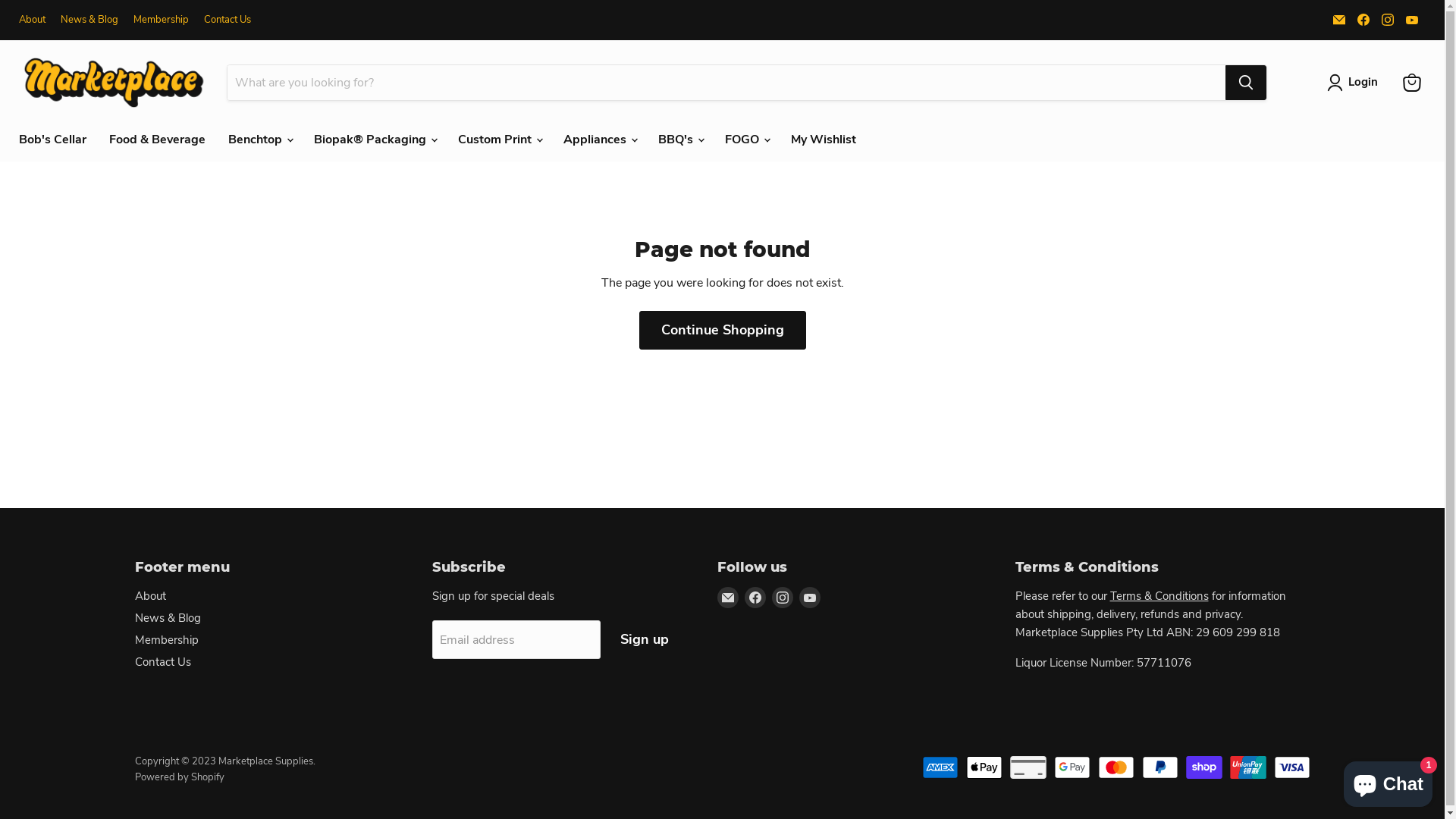  What do you see at coordinates (161, 20) in the screenshot?
I see `'Membership'` at bounding box center [161, 20].